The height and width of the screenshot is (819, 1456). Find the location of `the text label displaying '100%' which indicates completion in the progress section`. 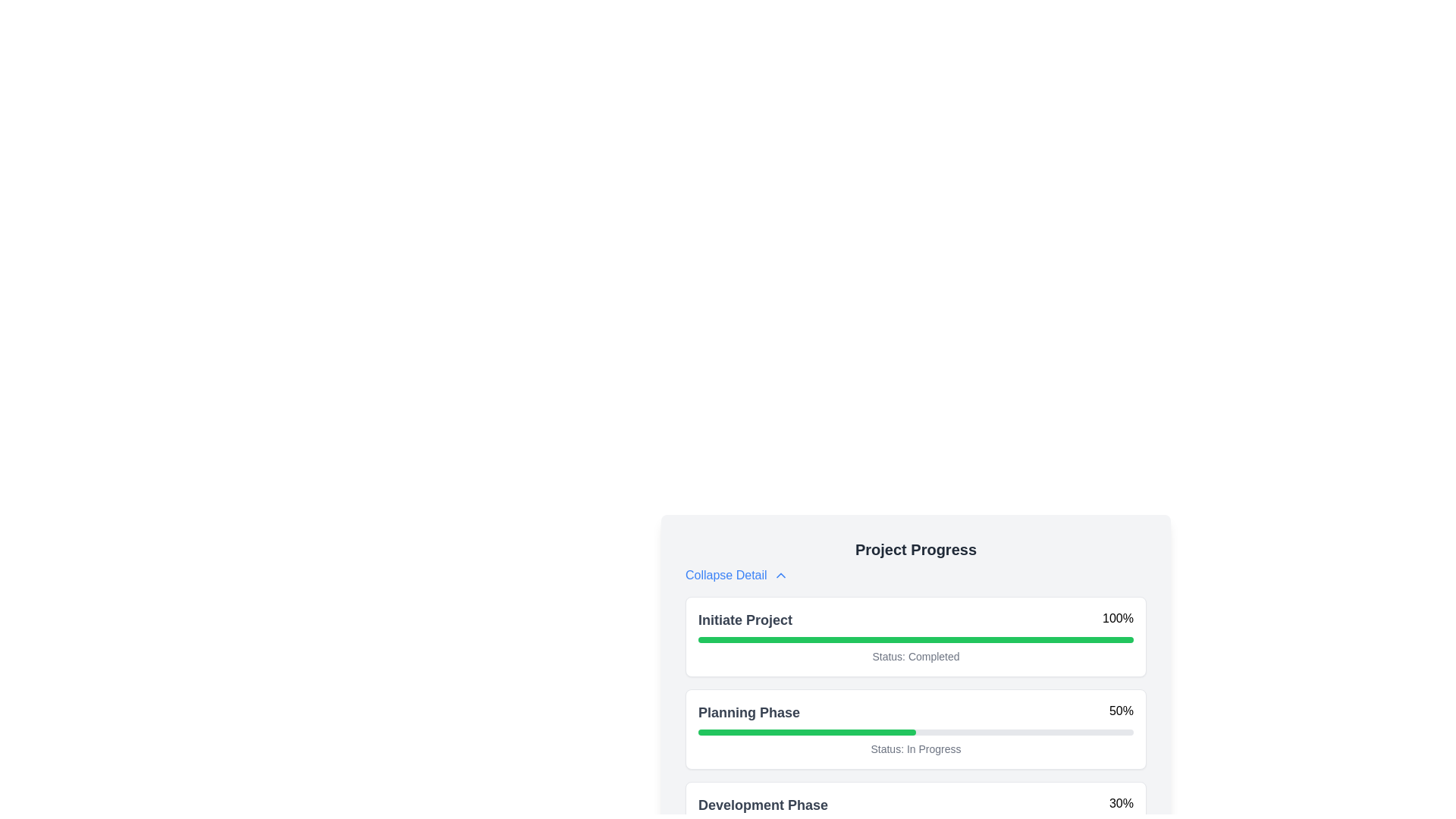

the text label displaying '100%' which indicates completion in the progress section is located at coordinates (1118, 620).